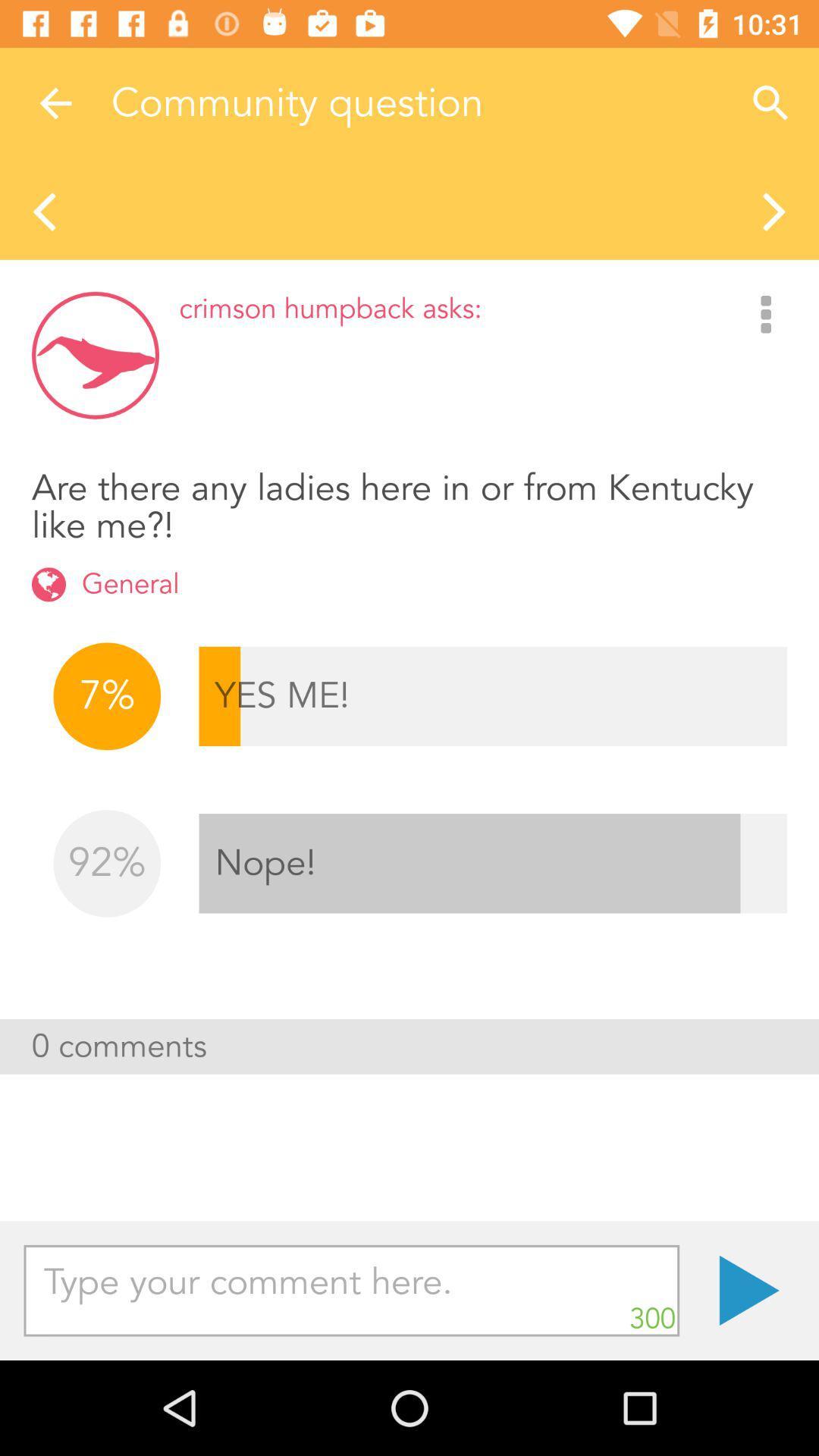 This screenshot has width=819, height=1456. I want to click on item at the bottom right corner, so click(748, 1290).